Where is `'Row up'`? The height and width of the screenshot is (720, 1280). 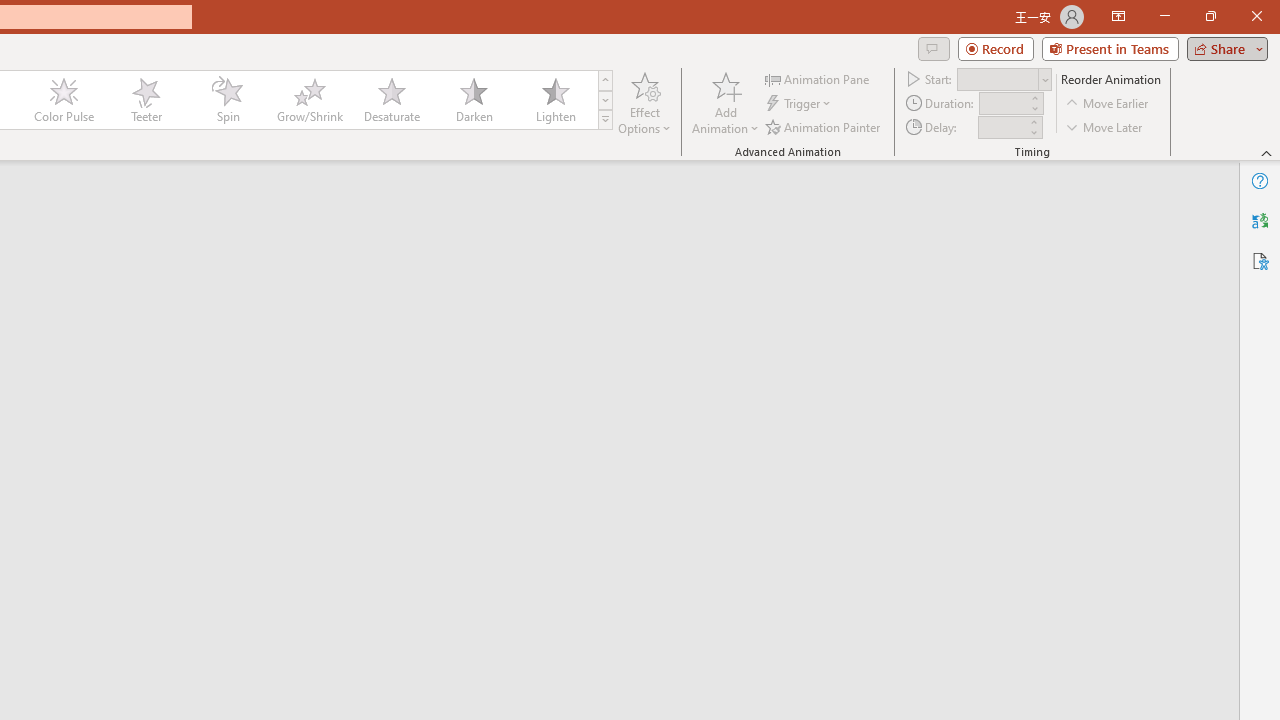 'Row up' is located at coordinates (604, 79).